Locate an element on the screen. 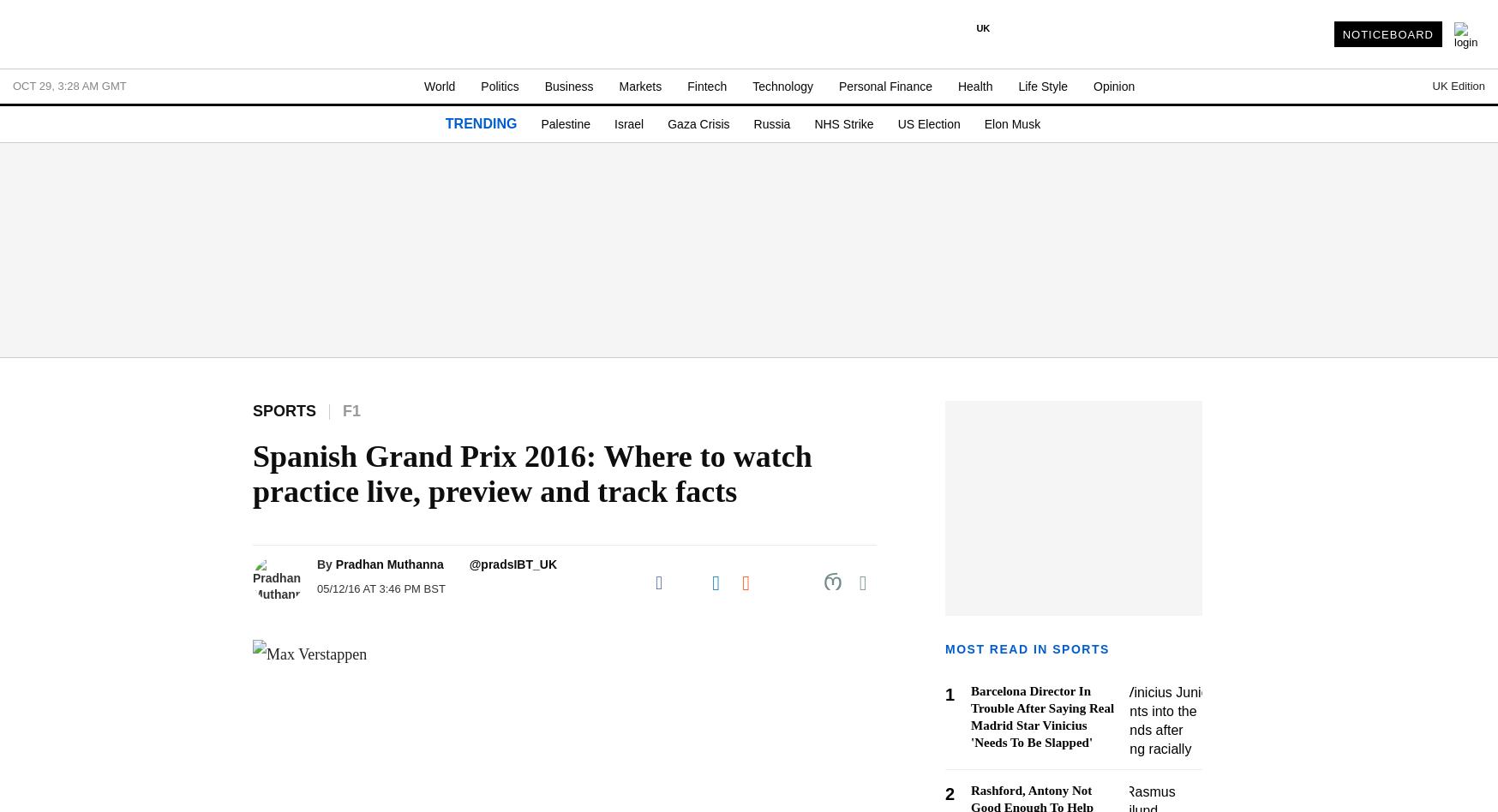 The height and width of the screenshot is (812, 1498). 'India Edition' is located at coordinates (1094, 199).